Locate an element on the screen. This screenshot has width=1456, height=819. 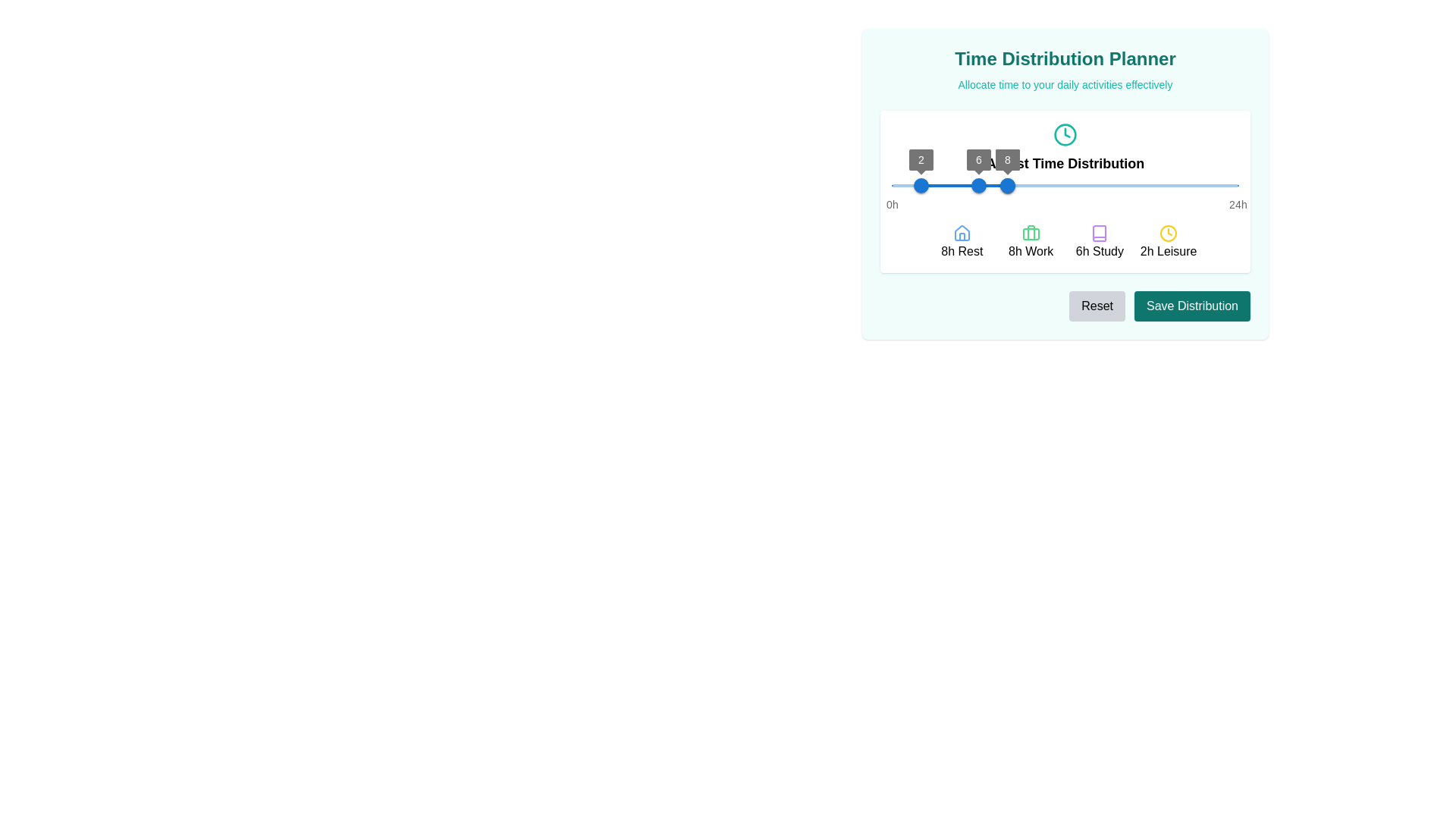
the small text label displaying the number '6', which is encased in a circular shape and positioned above the blue bar of the slider widget is located at coordinates (979, 158).